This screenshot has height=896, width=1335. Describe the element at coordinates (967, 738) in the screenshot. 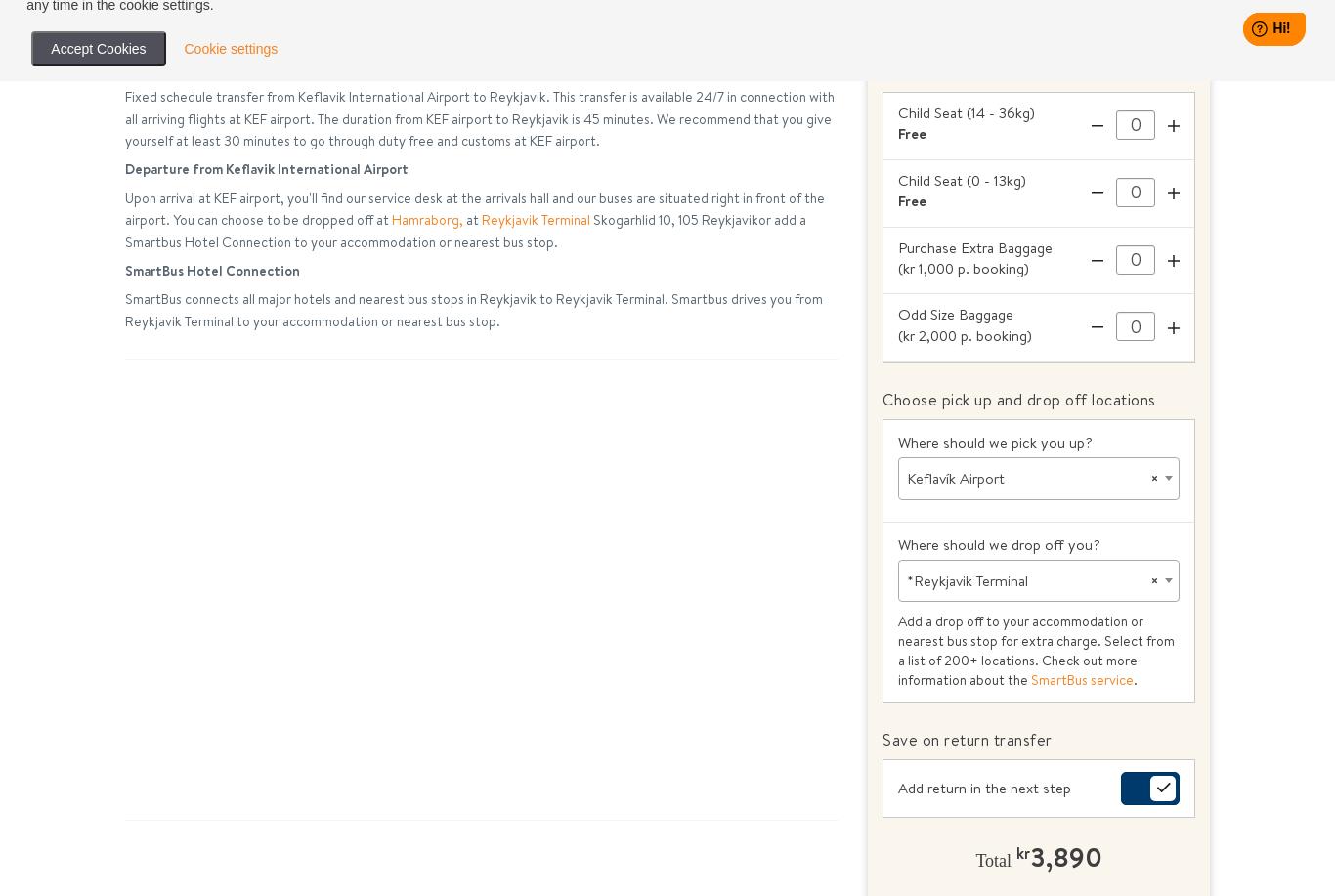

I see `'Save on return transfer'` at that location.